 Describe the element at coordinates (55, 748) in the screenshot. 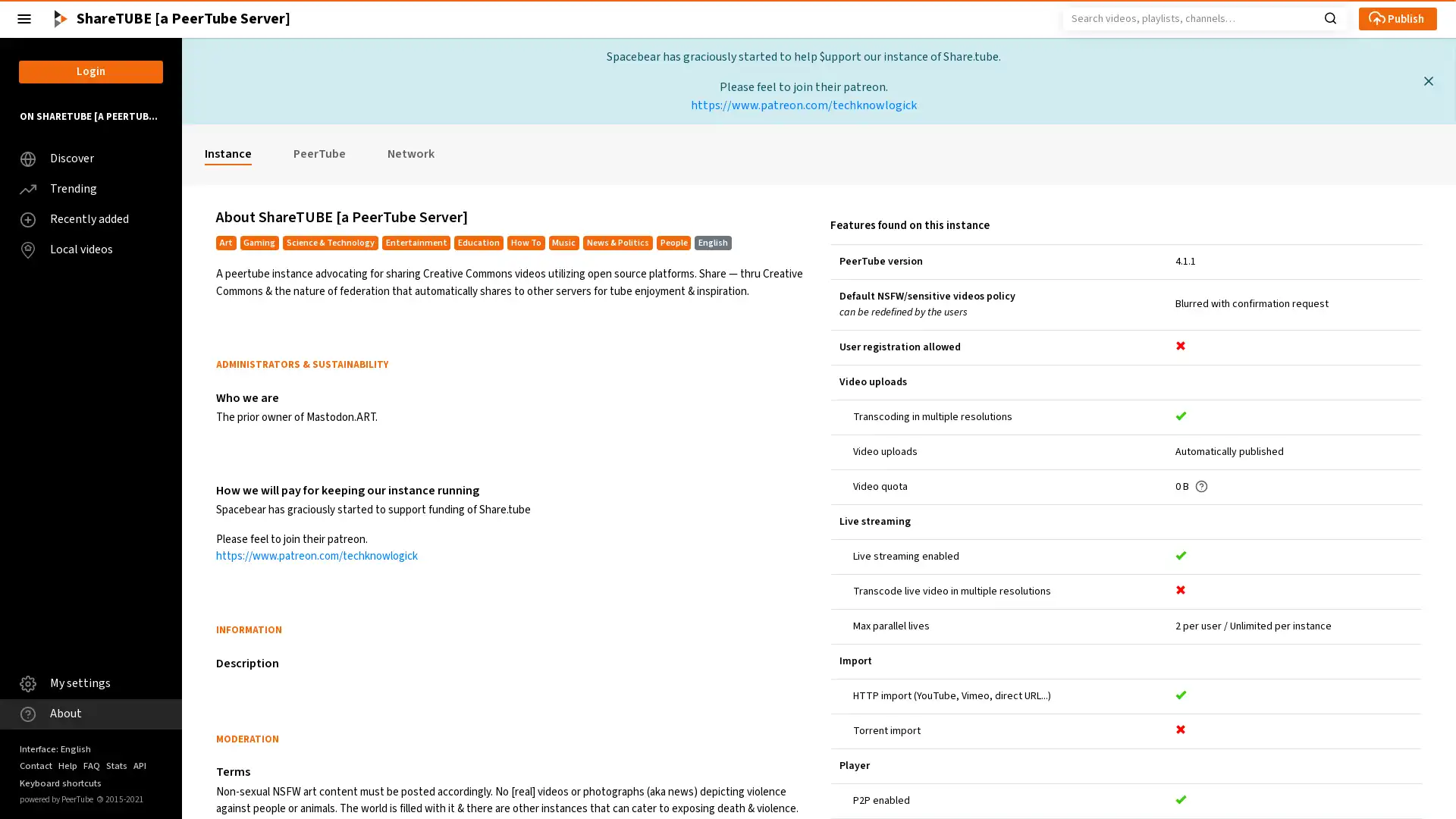

I see `Interface: English` at that location.